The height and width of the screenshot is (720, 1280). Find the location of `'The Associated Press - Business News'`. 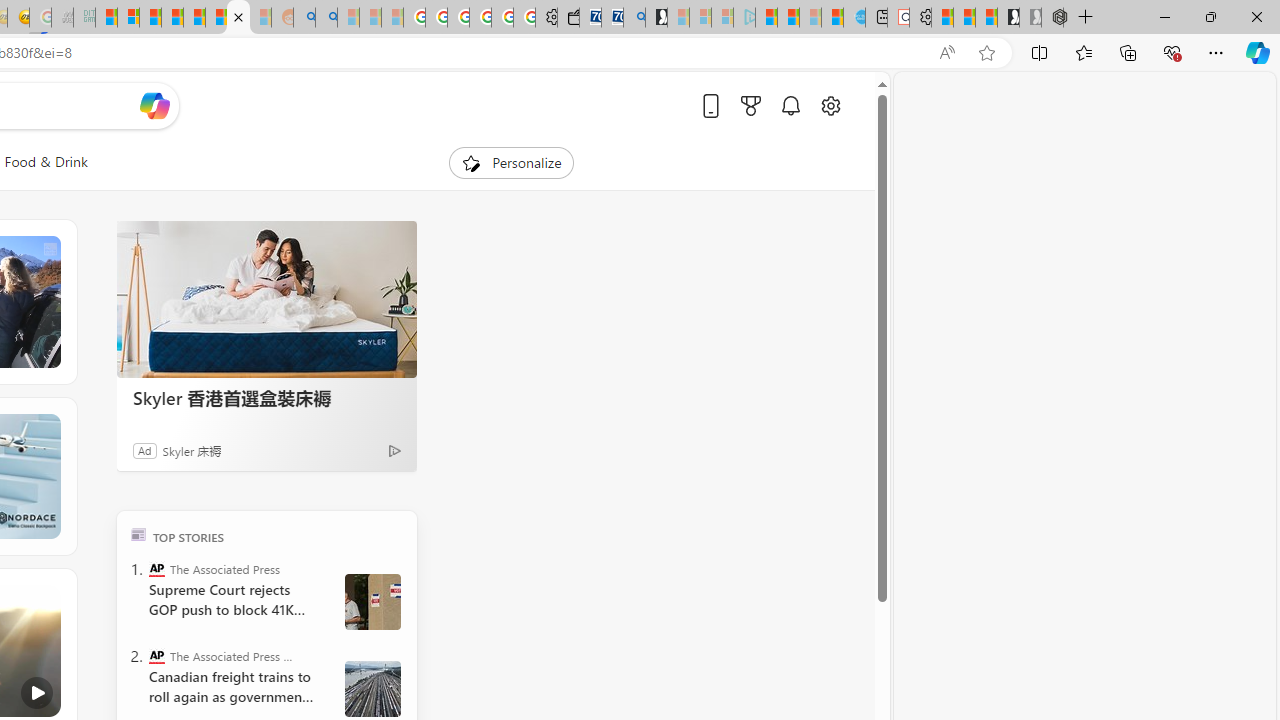

'The Associated Press - Business News' is located at coordinates (155, 655).